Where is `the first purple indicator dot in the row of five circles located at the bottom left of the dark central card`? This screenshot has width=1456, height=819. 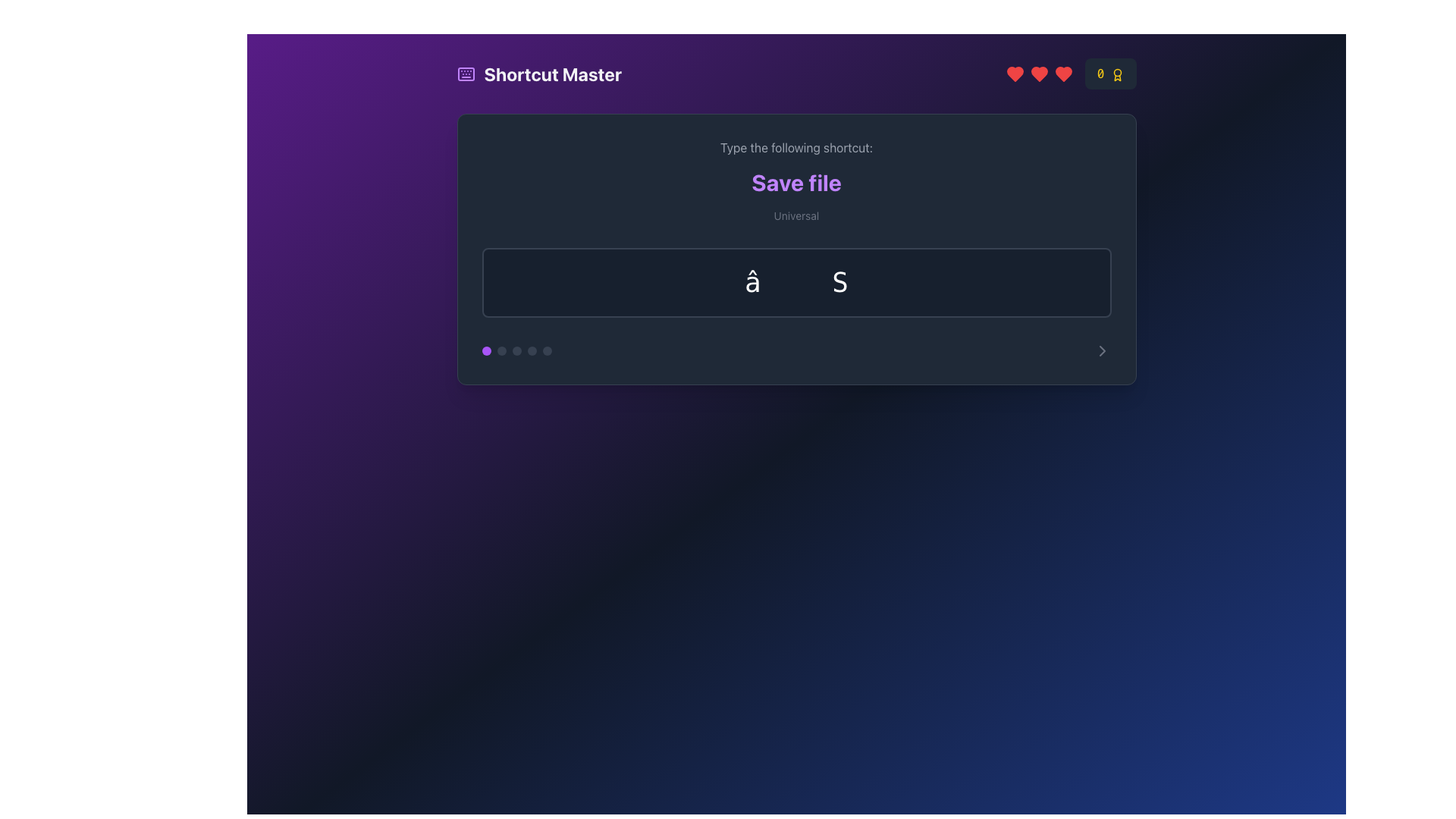 the first purple indicator dot in the row of five circles located at the bottom left of the dark central card is located at coordinates (486, 350).